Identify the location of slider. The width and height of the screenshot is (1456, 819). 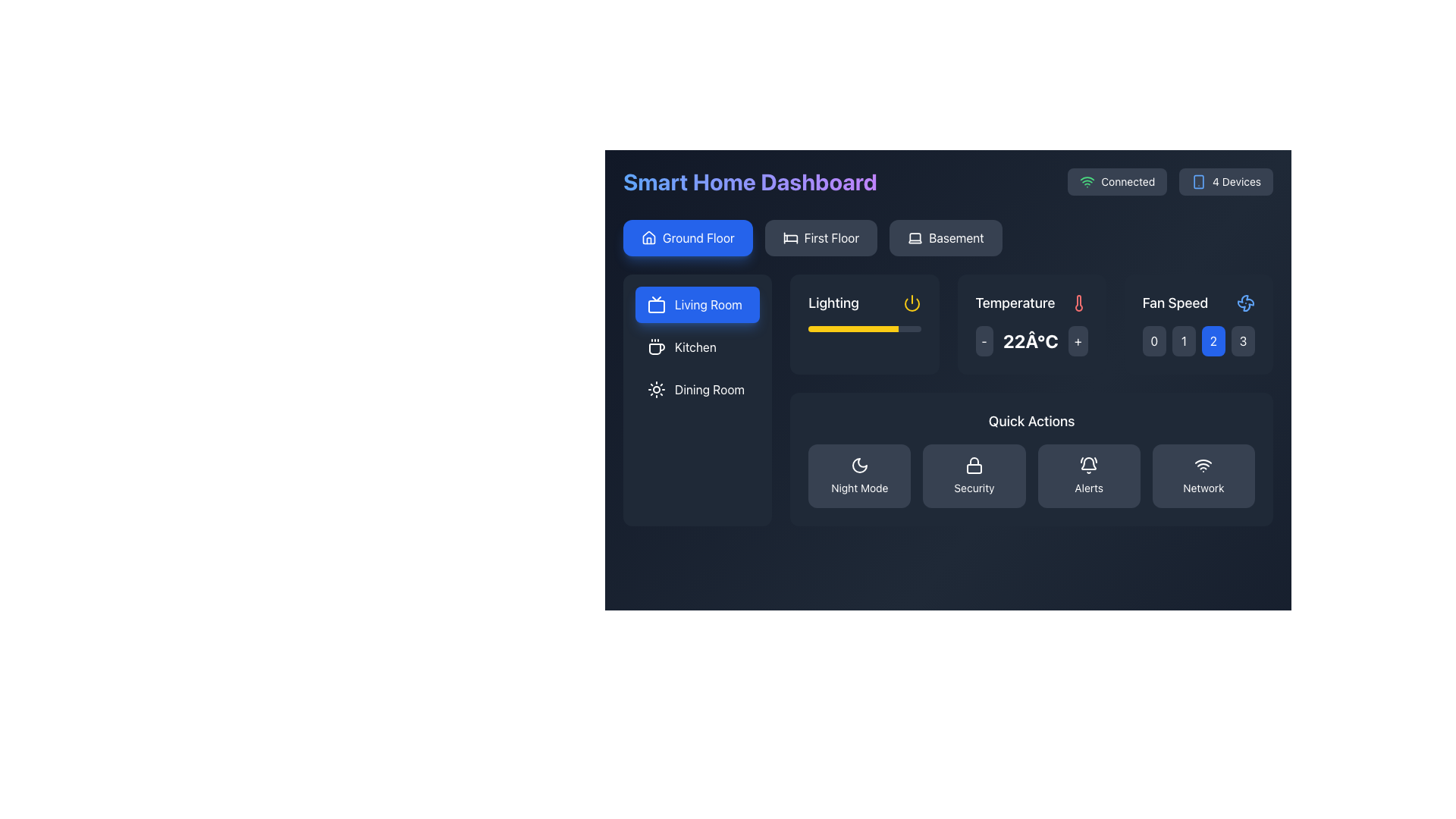
(879, 328).